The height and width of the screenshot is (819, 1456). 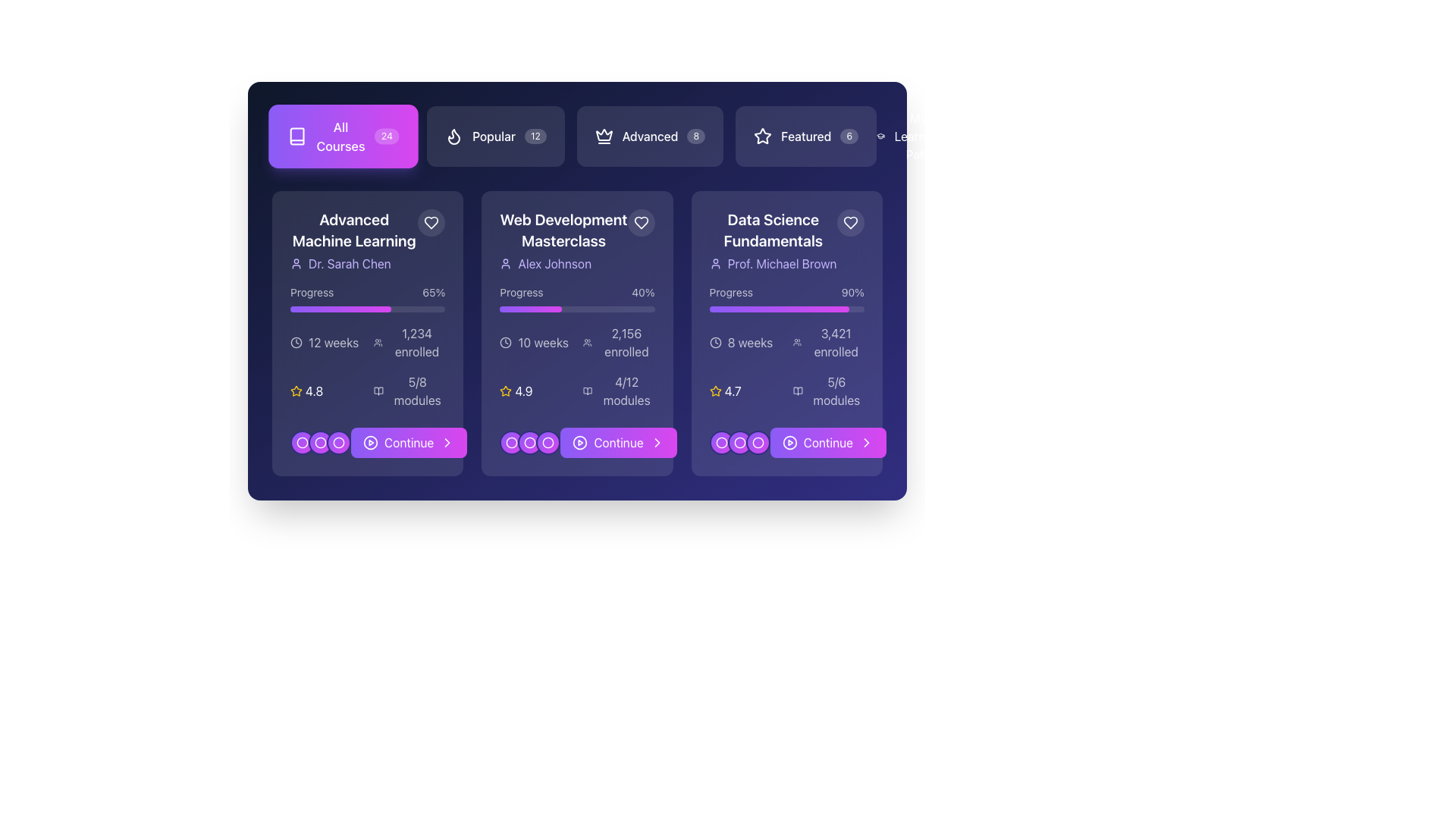 I want to click on the progress visually on the progress bar located in the first course card (Advanced Machine Learning), which is beneath the 'Progress' label and above the course details, so click(x=368, y=309).